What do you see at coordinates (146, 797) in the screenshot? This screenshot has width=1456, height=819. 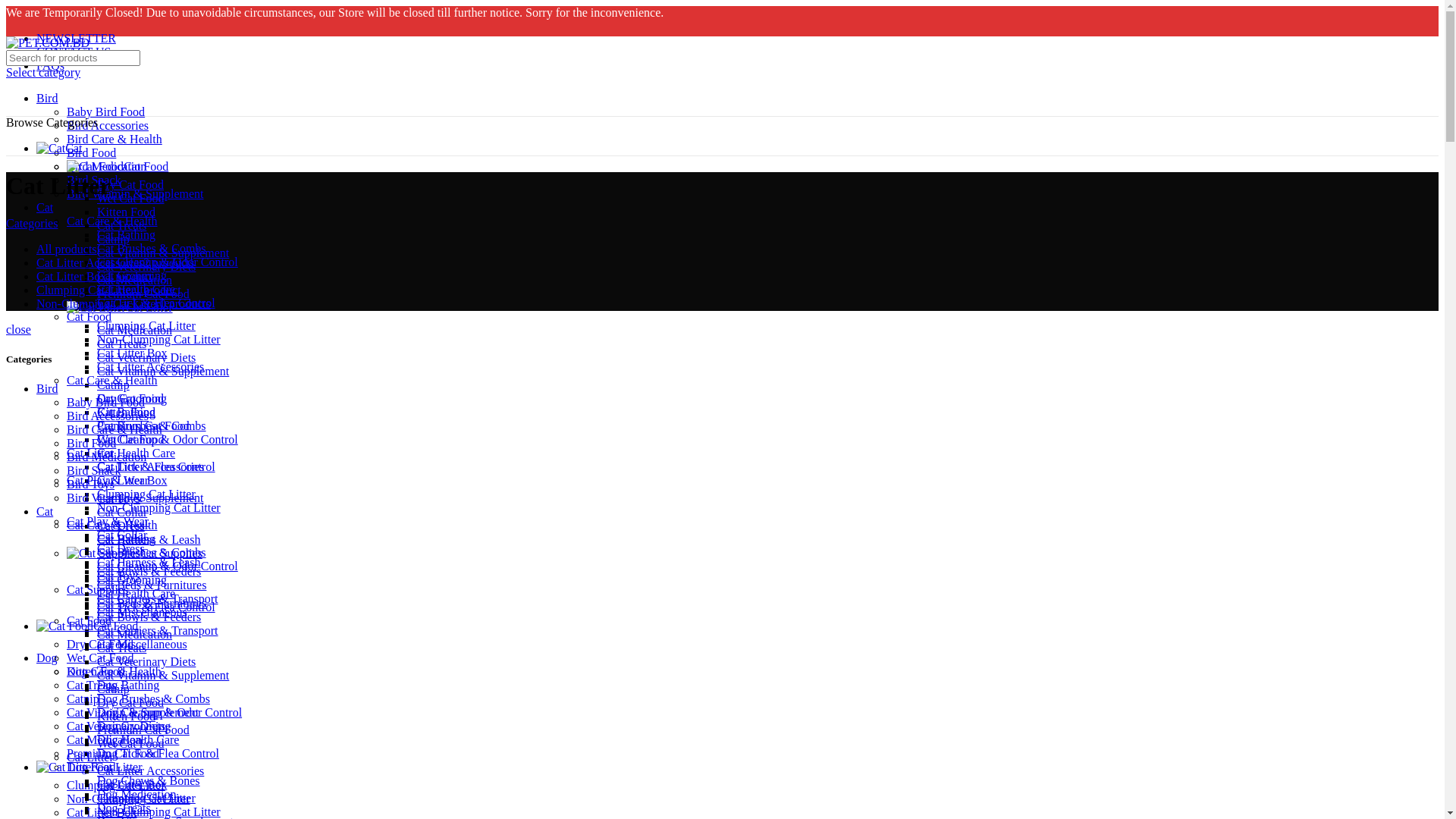 I see `'Clumping Cat Litter'` at bounding box center [146, 797].